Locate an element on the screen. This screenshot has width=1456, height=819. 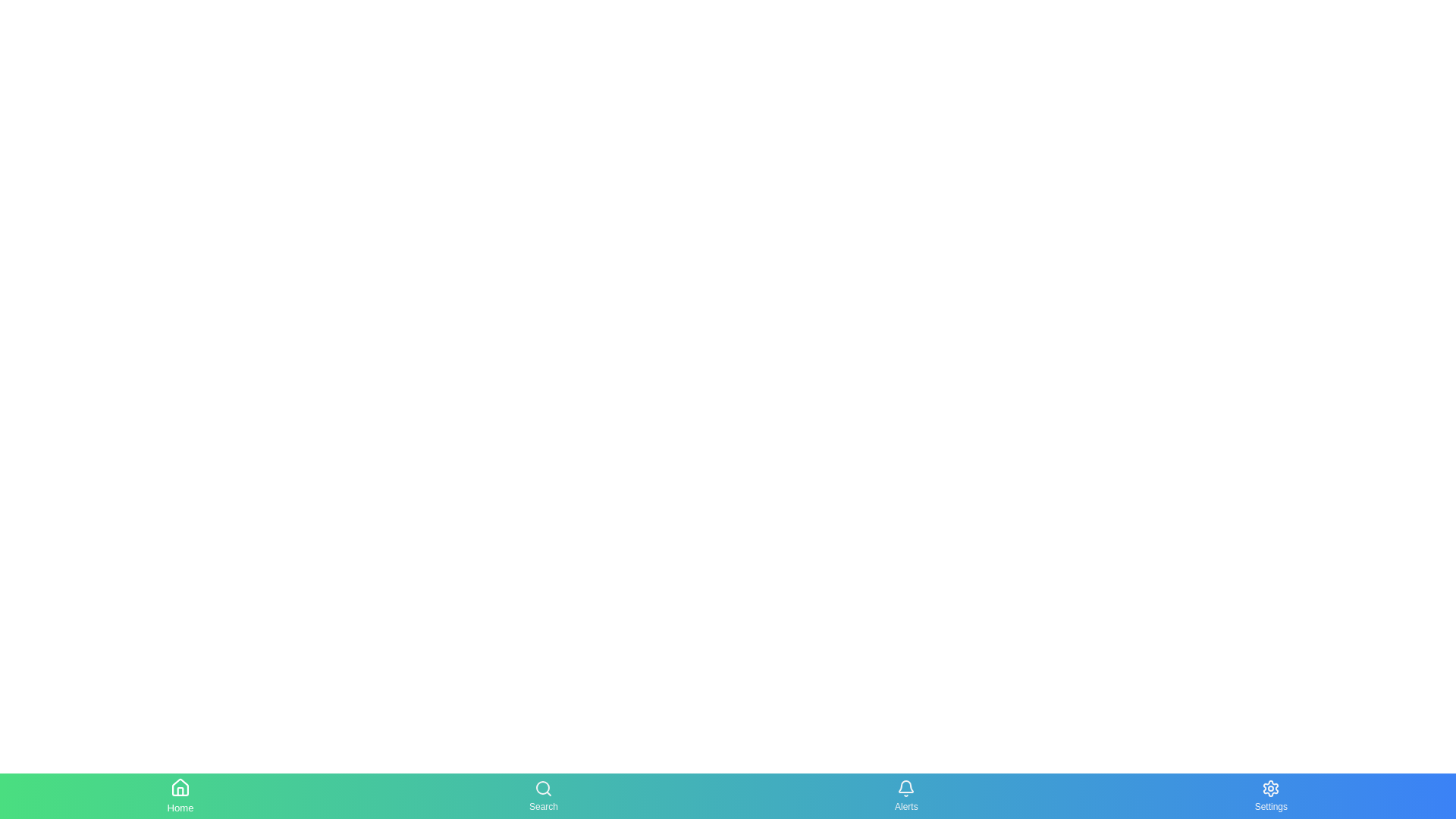
the navigation item labeled 'Search' is located at coordinates (543, 795).